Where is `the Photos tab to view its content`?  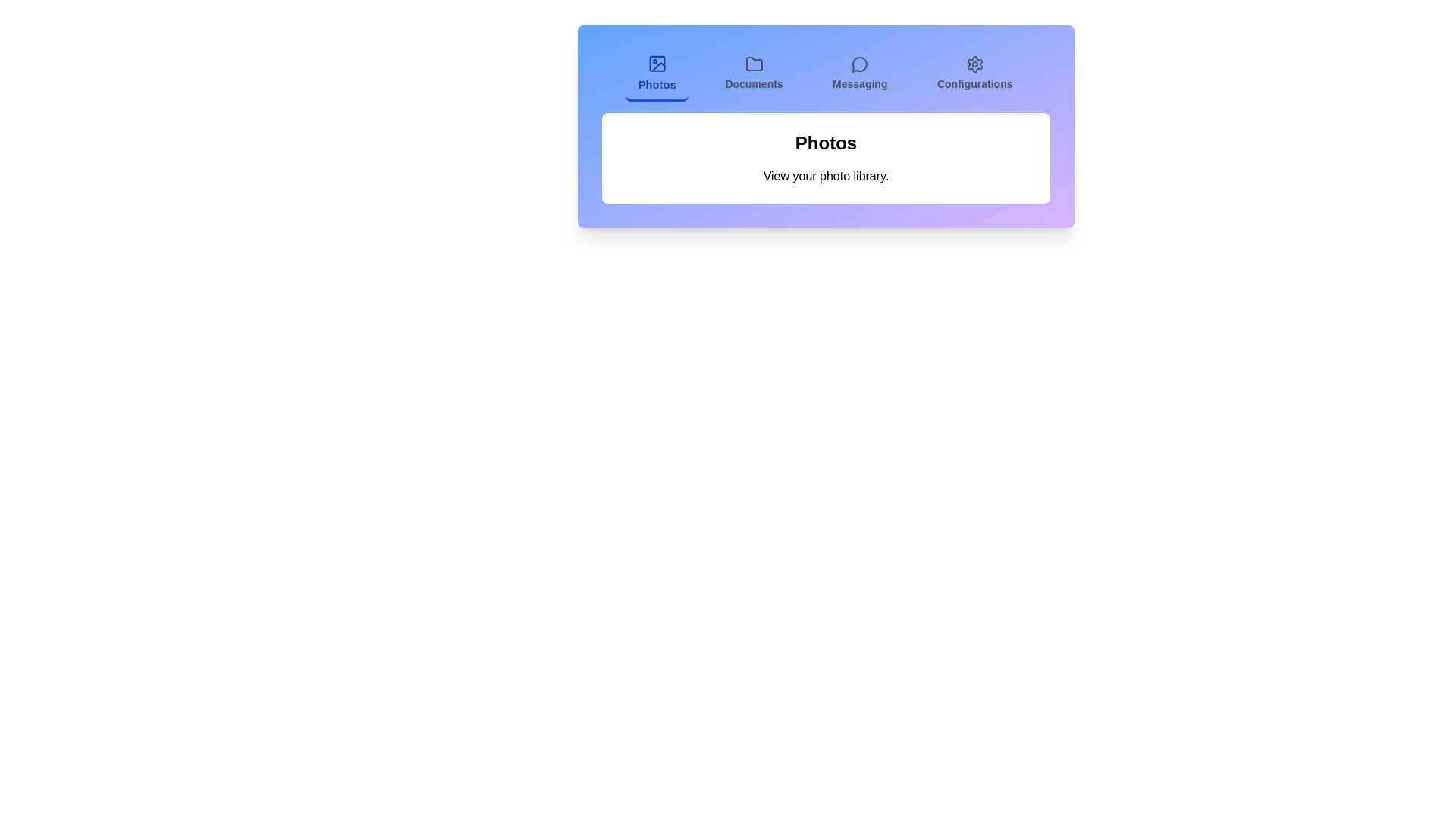 the Photos tab to view its content is located at coordinates (657, 75).